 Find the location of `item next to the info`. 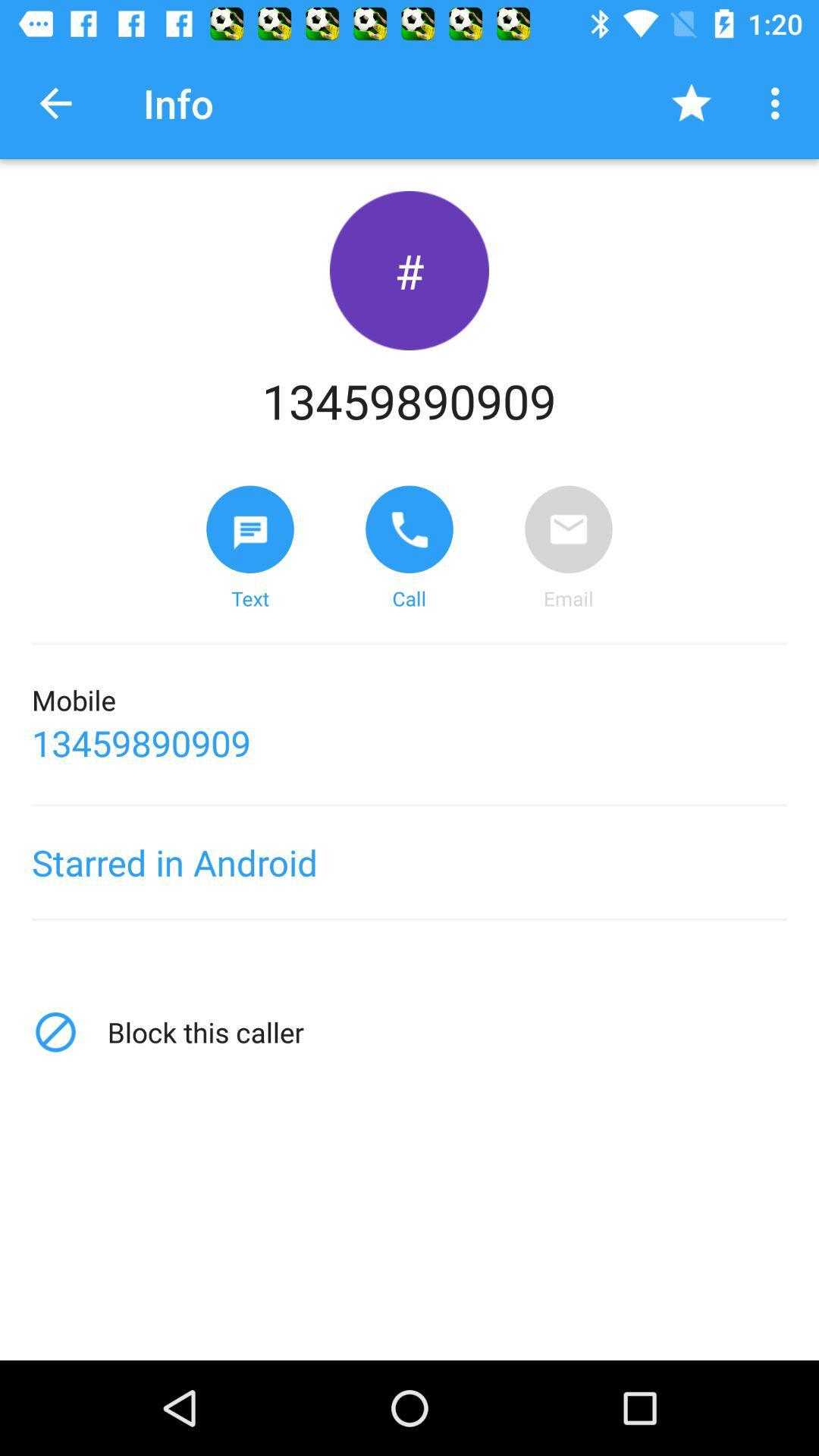

item next to the info is located at coordinates (691, 102).